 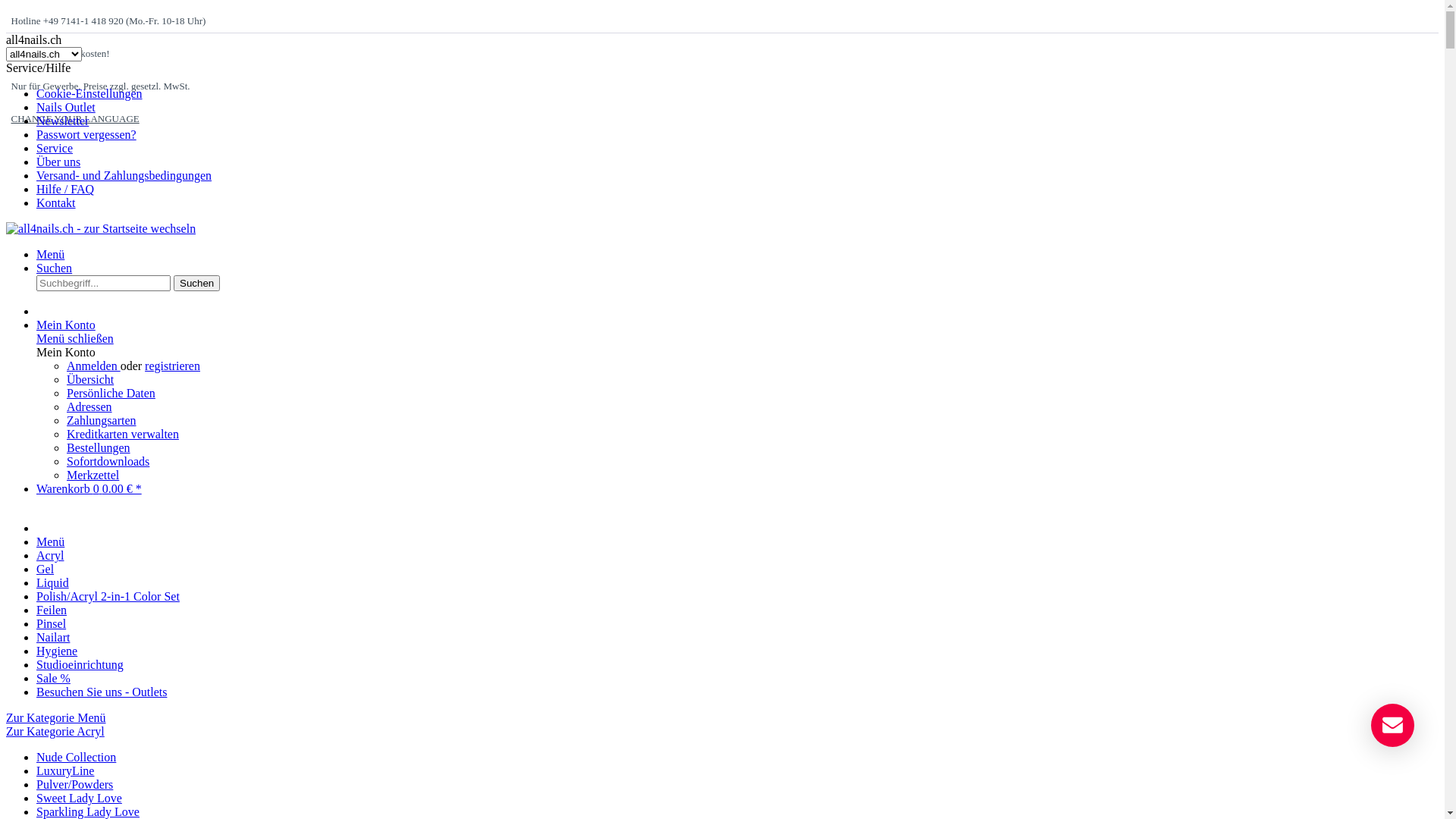 I want to click on 'LuxuryLine', so click(x=64, y=770).